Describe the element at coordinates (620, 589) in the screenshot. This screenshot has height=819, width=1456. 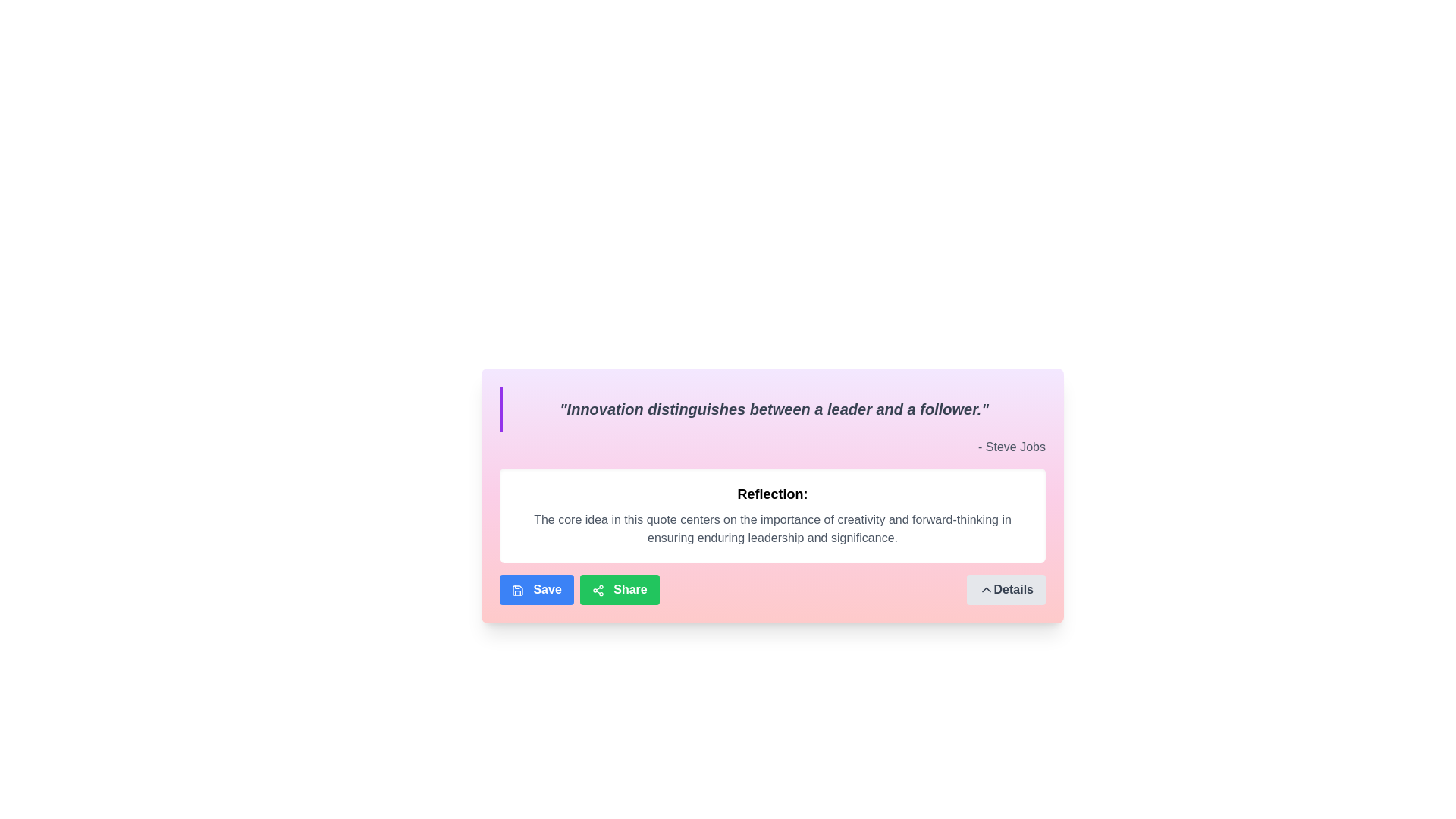
I see `the share button located in the bottom-right section of a card-like structure, adjacent to the blue 'Save' button, to observe the hover effects` at that location.